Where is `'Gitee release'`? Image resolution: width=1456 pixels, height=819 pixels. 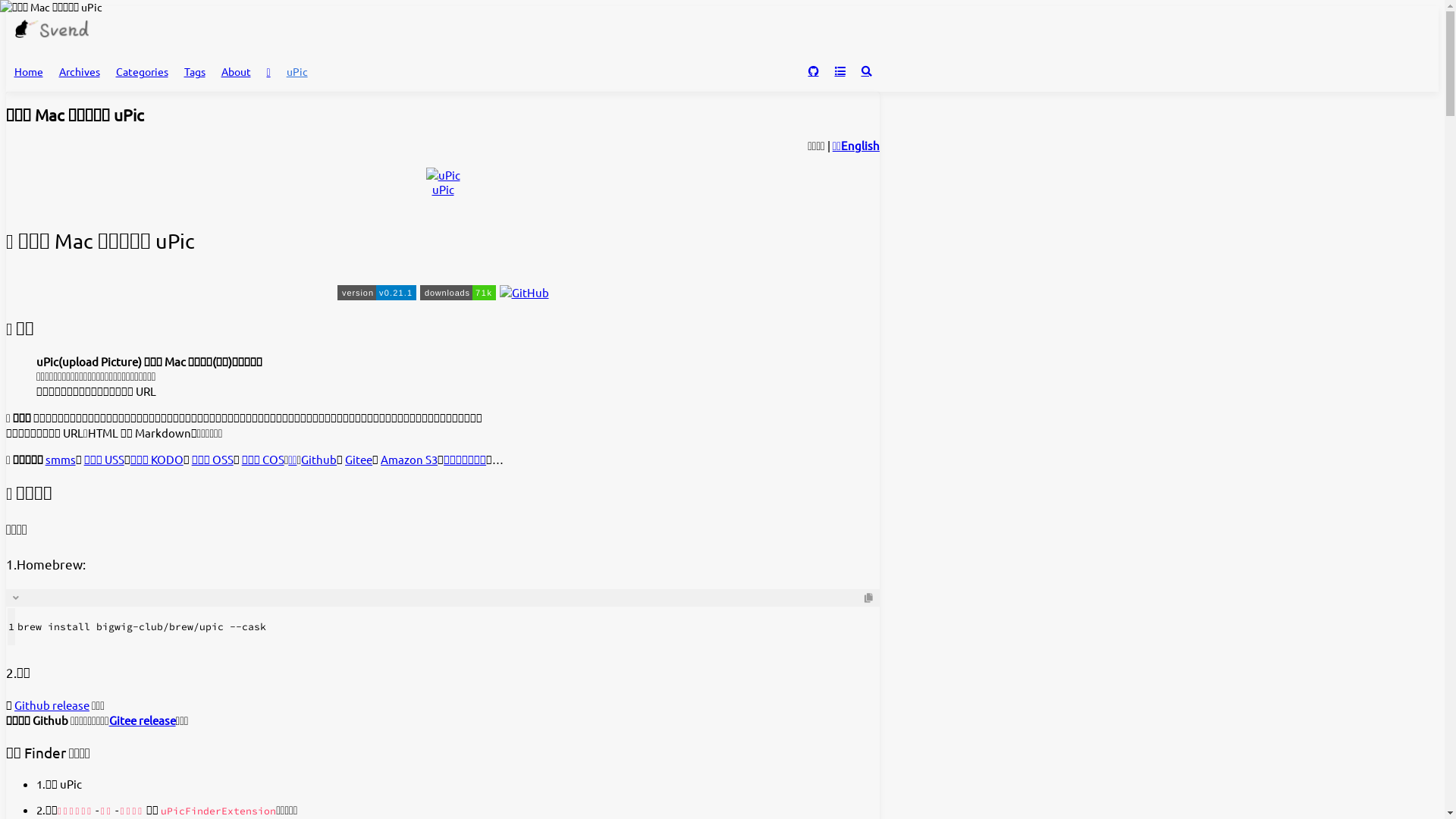 'Gitee release' is located at coordinates (142, 719).